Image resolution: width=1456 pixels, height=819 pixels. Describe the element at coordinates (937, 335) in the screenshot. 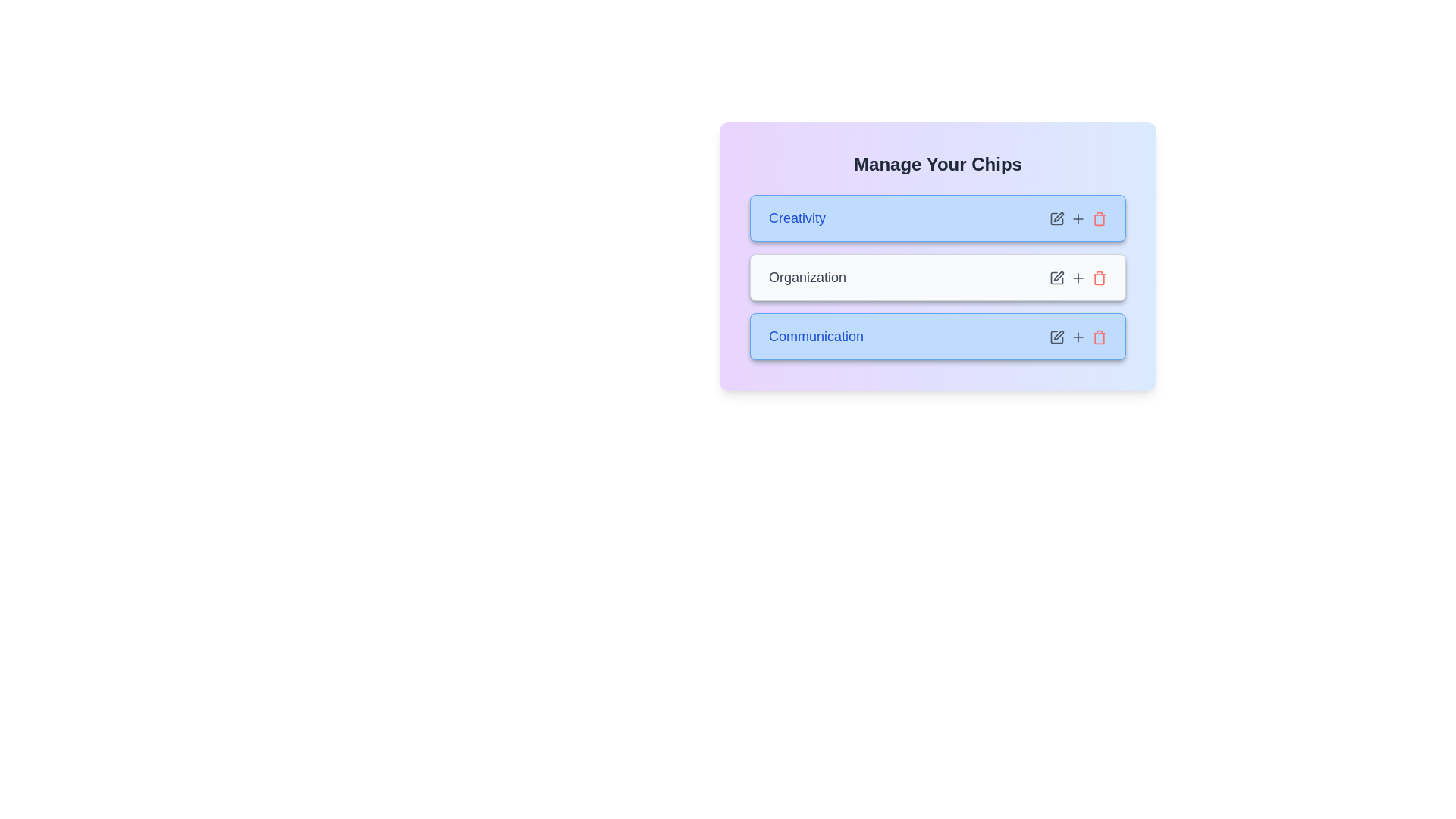

I see `the chip labeled 'Communication'` at that location.